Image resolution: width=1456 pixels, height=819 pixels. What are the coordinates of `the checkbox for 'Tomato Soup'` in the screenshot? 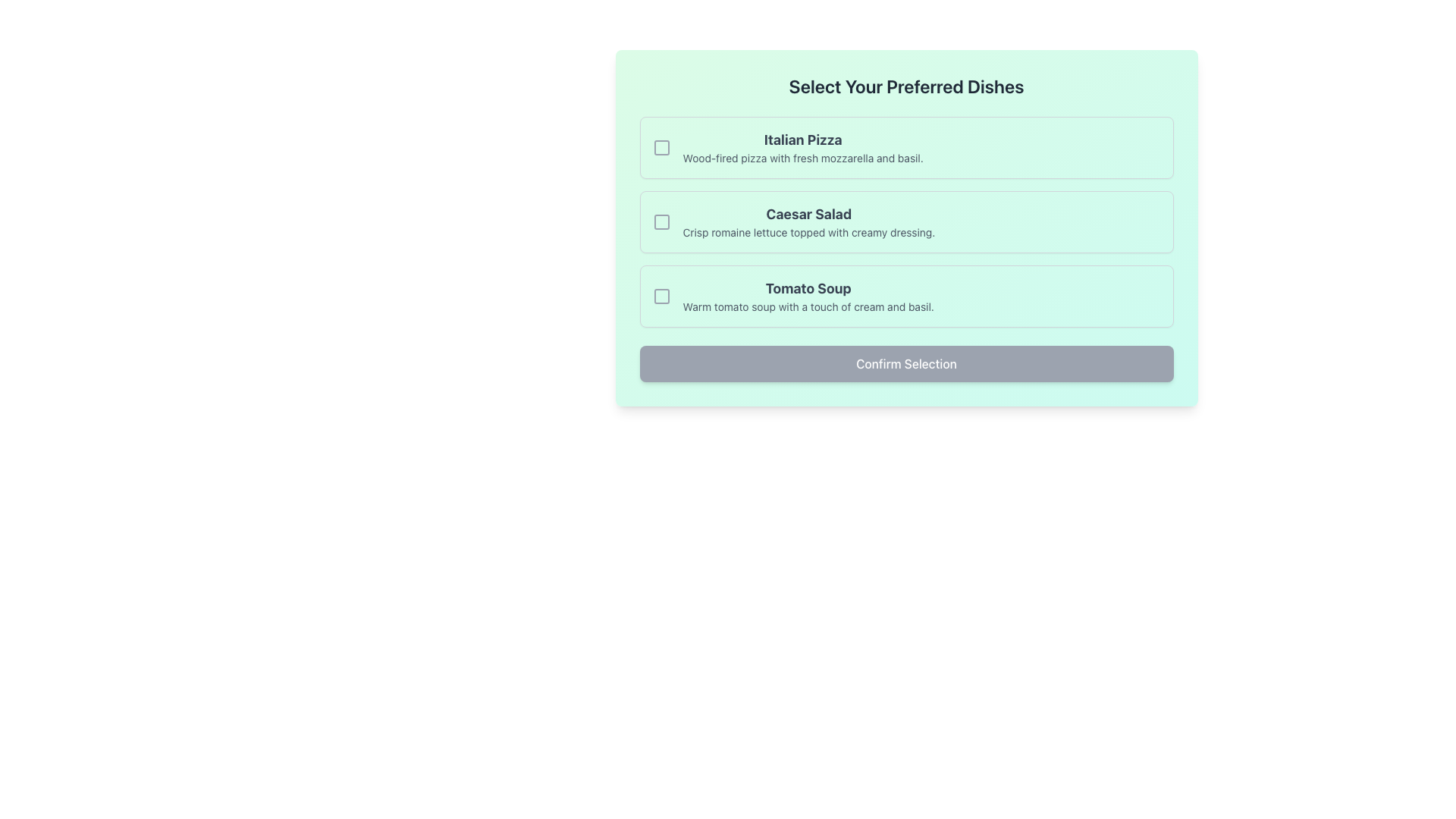 It's located at (661, 296).